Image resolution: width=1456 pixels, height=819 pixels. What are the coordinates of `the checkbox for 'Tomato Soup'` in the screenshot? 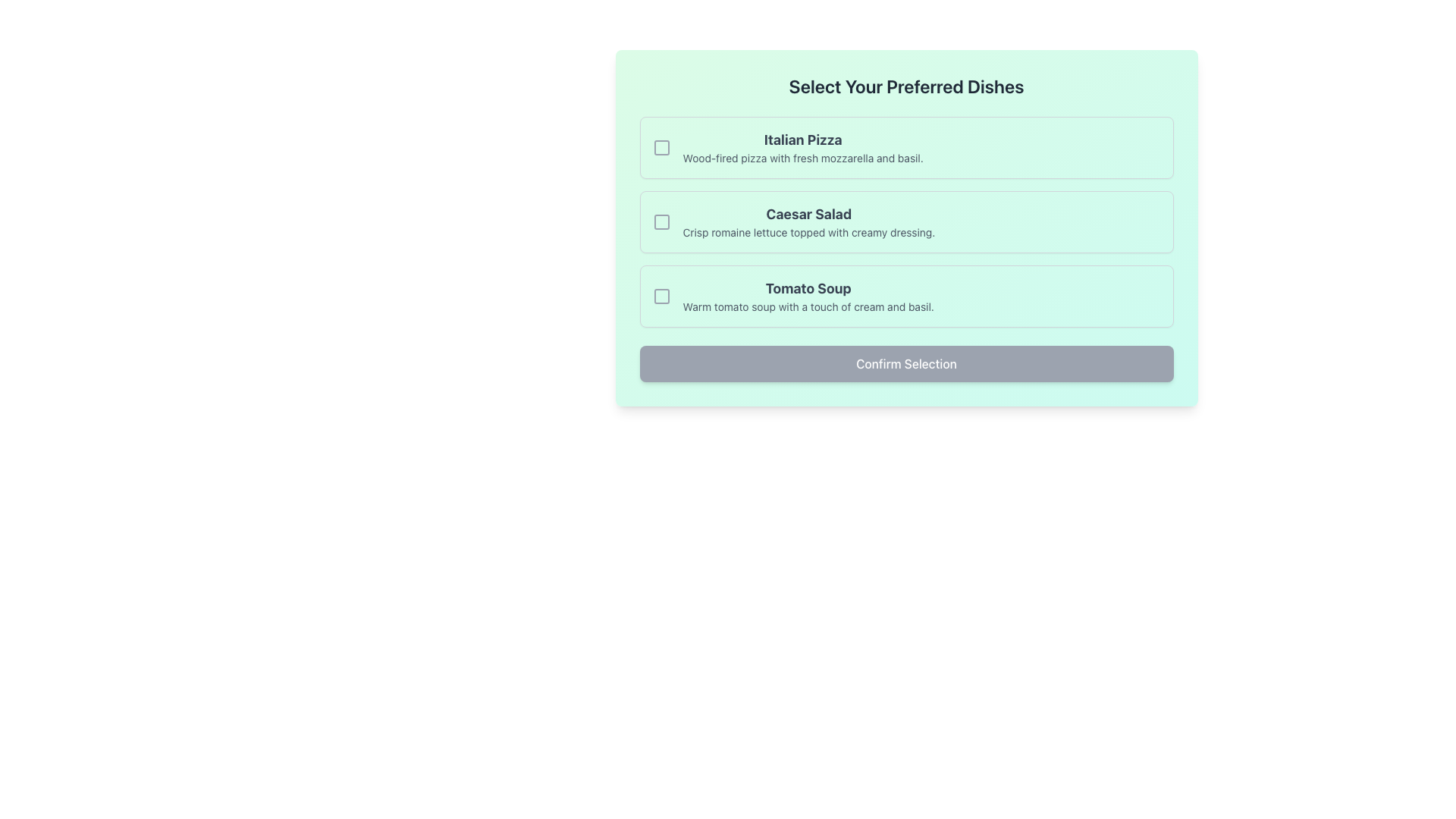 It's located at (661, 296).